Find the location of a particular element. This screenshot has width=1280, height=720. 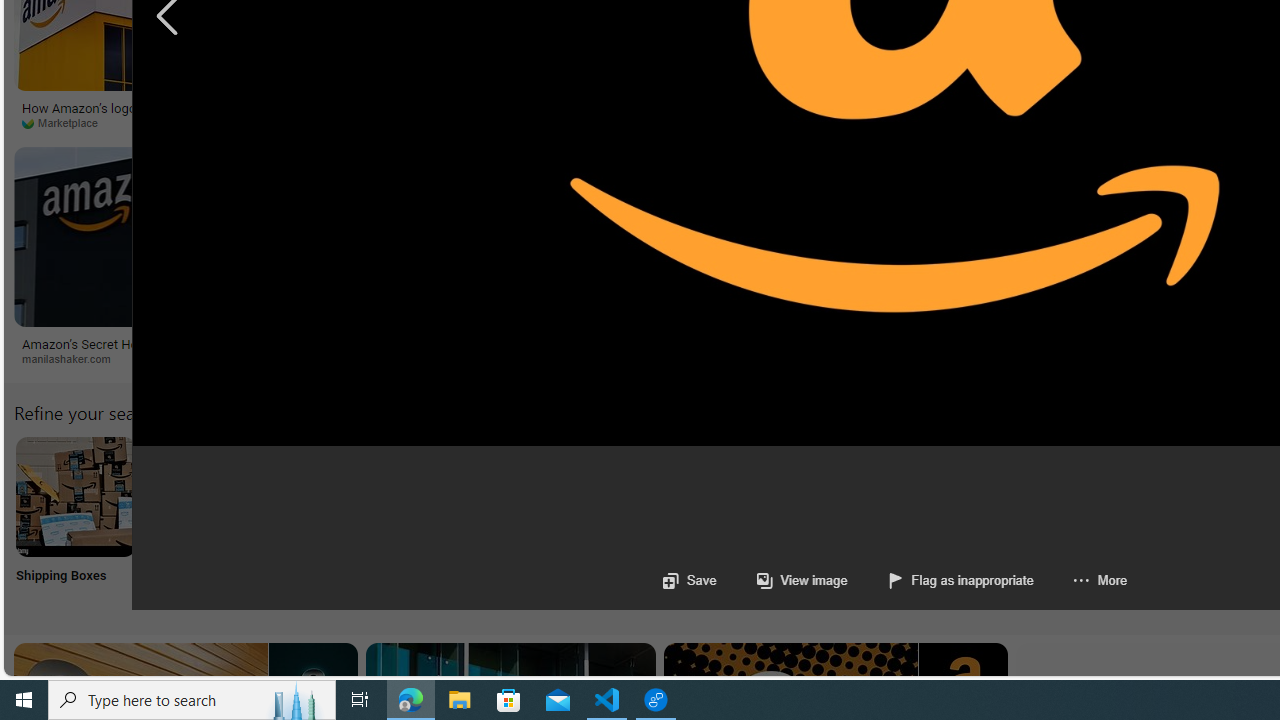

'Flag as inappropriate' is located at coordinates (960, 580).